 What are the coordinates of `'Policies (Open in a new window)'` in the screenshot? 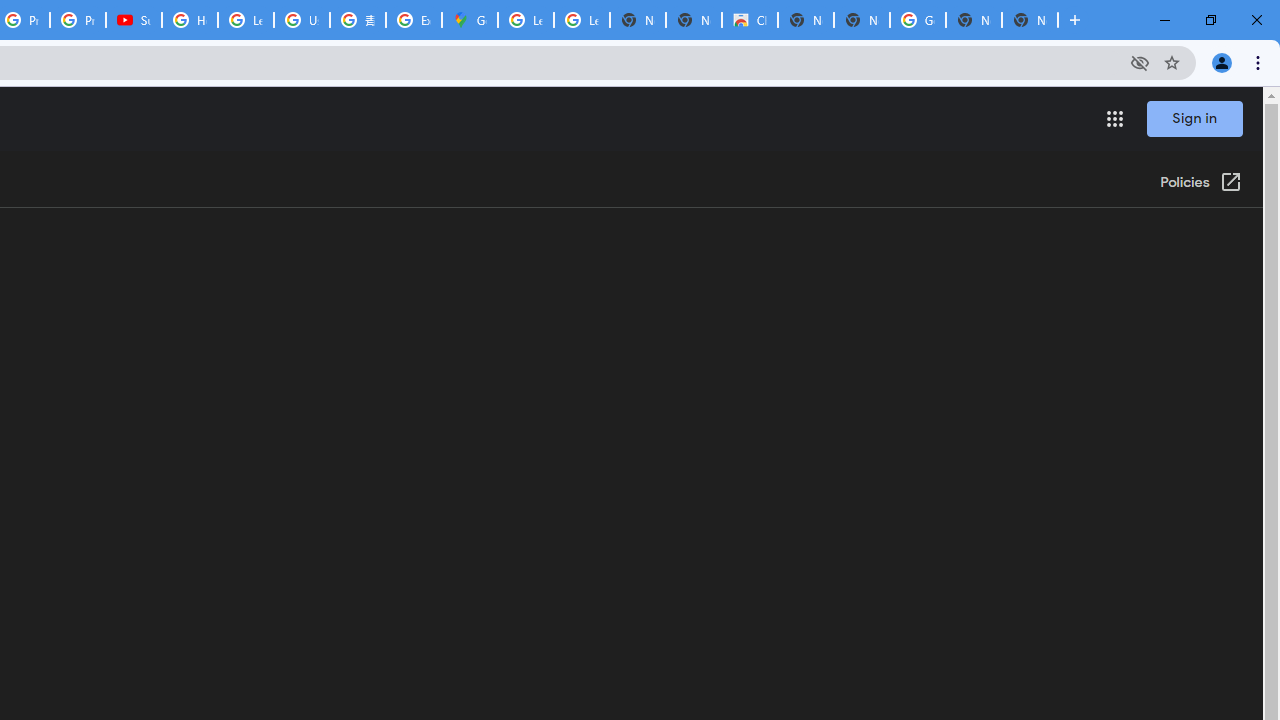 It's located at (1200, 183).